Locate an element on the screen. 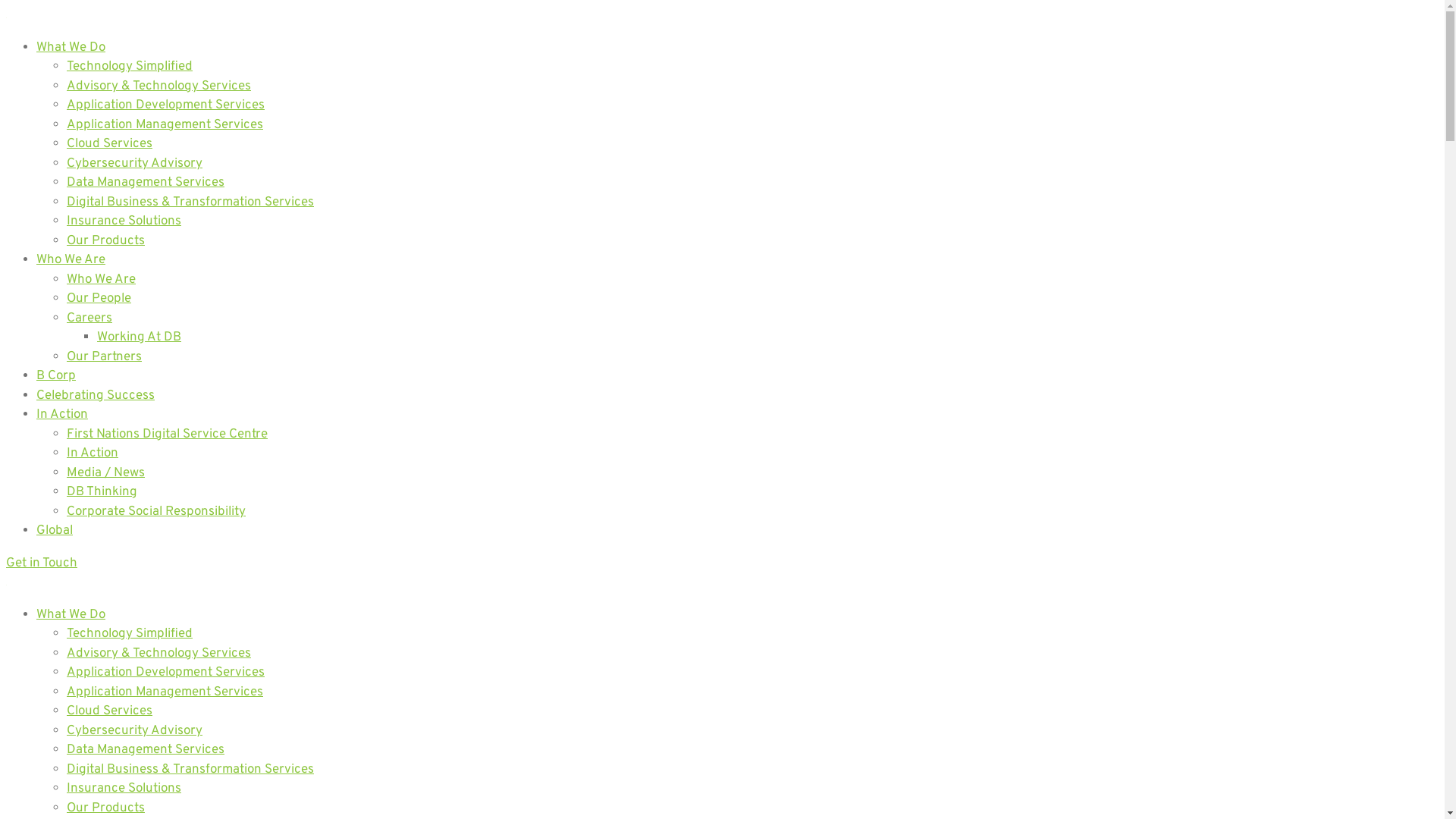 This screenshot has height=819, width=1456. 'Global' is located at coordinates (55, 529).